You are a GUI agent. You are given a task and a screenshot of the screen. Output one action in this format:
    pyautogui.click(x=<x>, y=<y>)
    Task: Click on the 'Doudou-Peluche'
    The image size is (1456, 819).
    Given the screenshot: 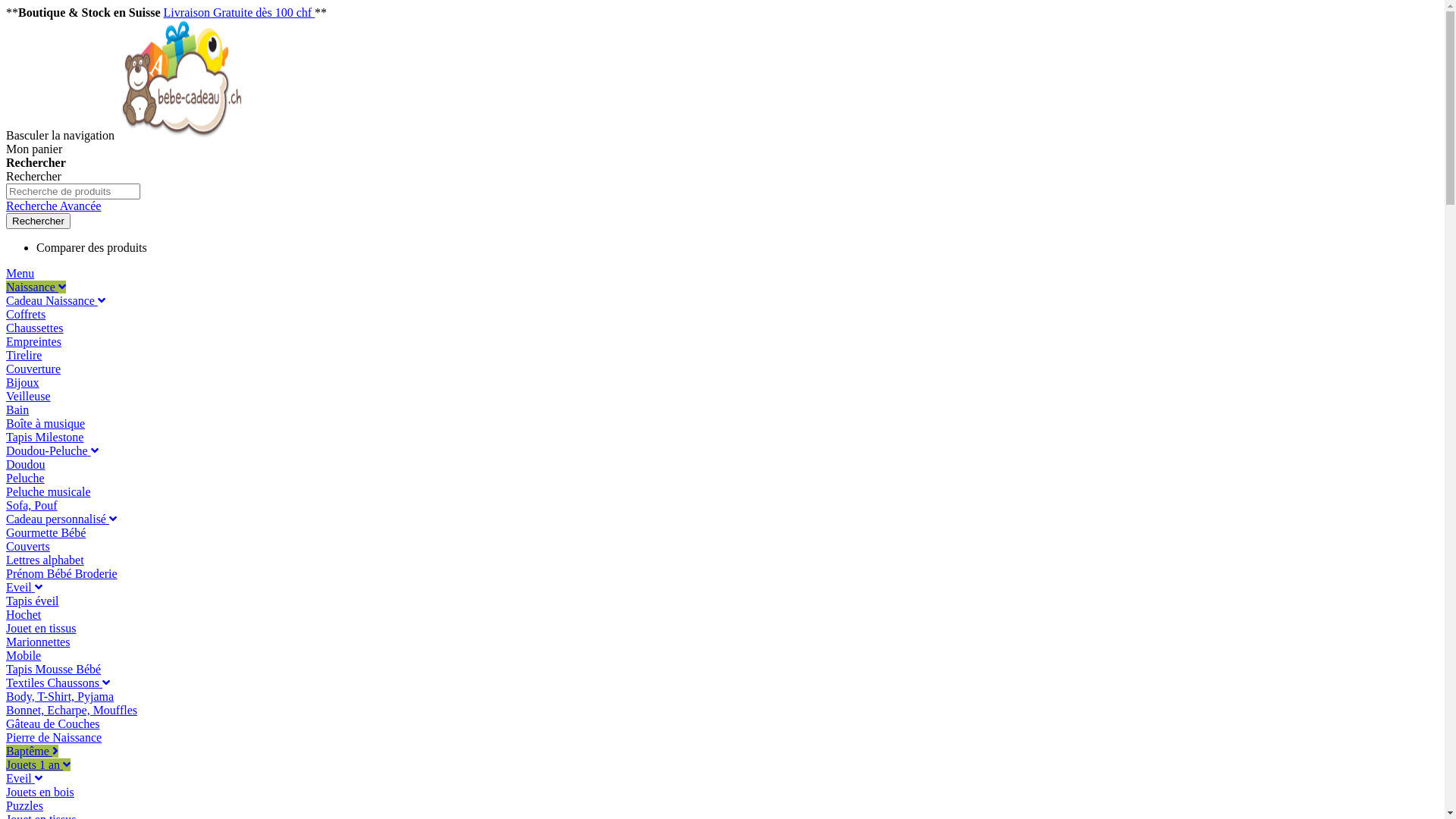 What is the action you would take?
    pyautogui.click(x=52, y=450)
    